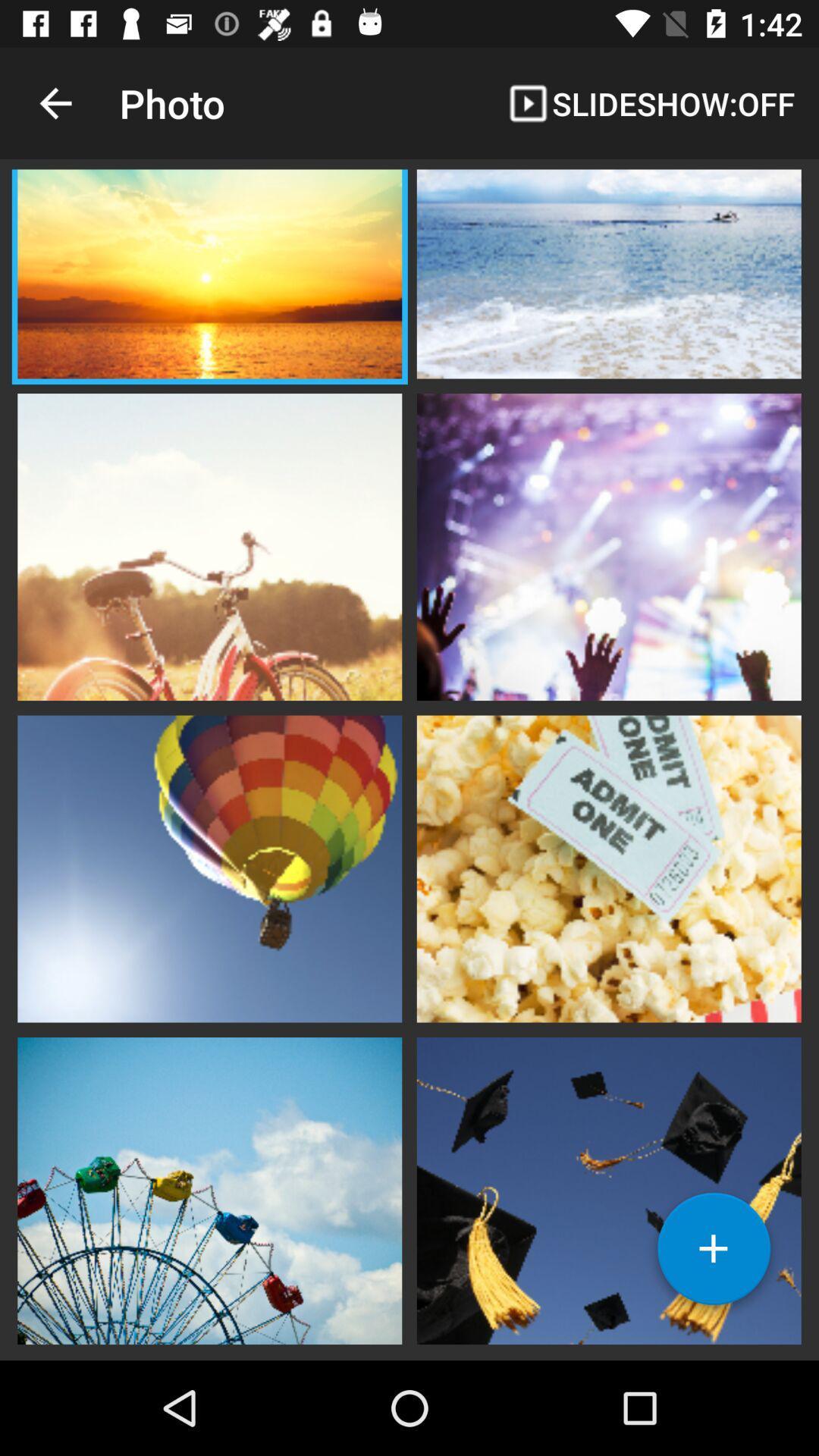 Image resolution: width=819 pixels, height=1456 pixels. I want to click on photo option, so click(209, 276).